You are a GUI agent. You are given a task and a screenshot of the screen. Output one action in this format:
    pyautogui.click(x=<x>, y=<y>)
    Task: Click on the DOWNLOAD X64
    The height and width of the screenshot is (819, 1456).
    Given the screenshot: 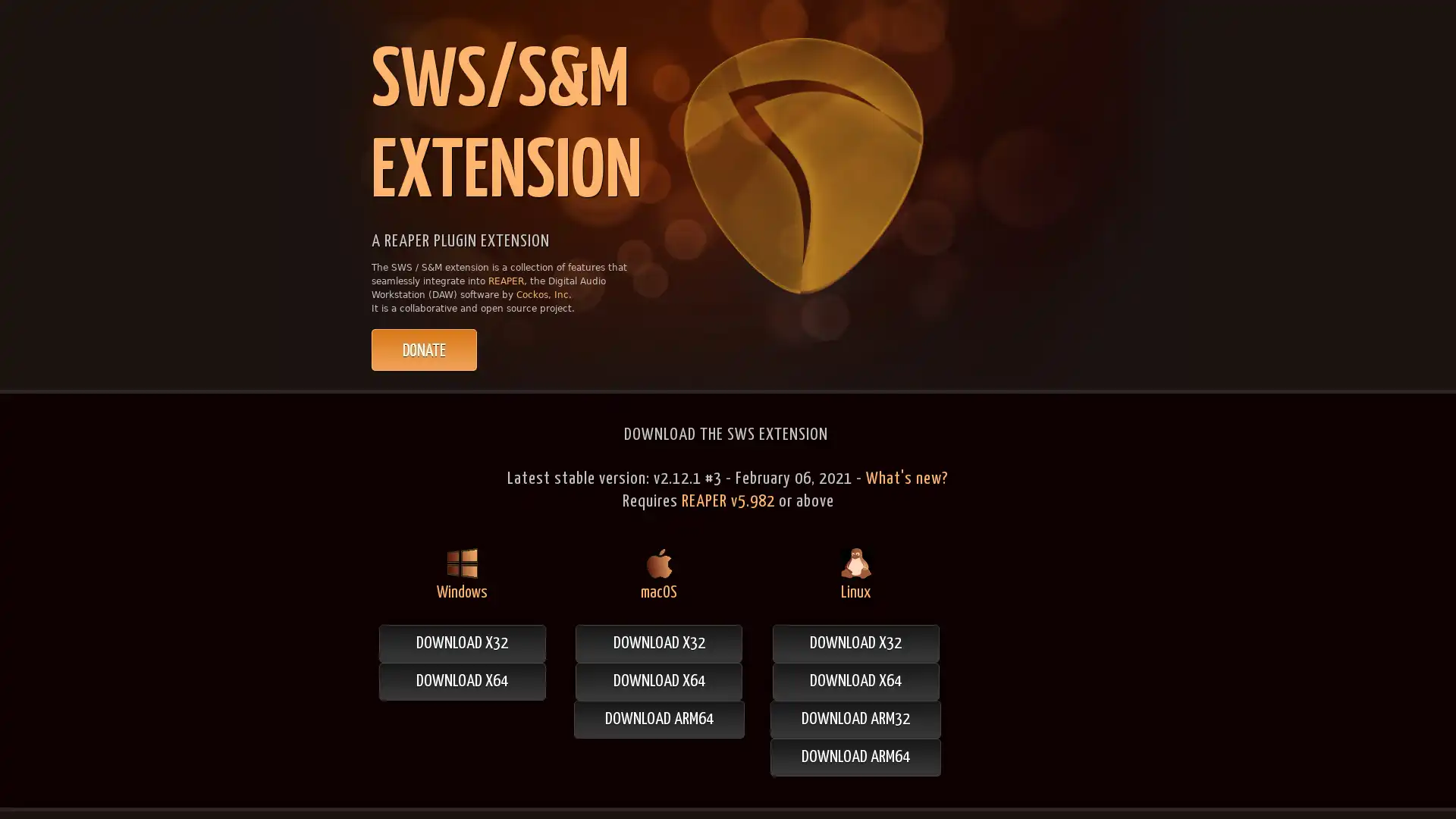 What is the action you would take?
    pyautogui.click(x=484, y=680)
    